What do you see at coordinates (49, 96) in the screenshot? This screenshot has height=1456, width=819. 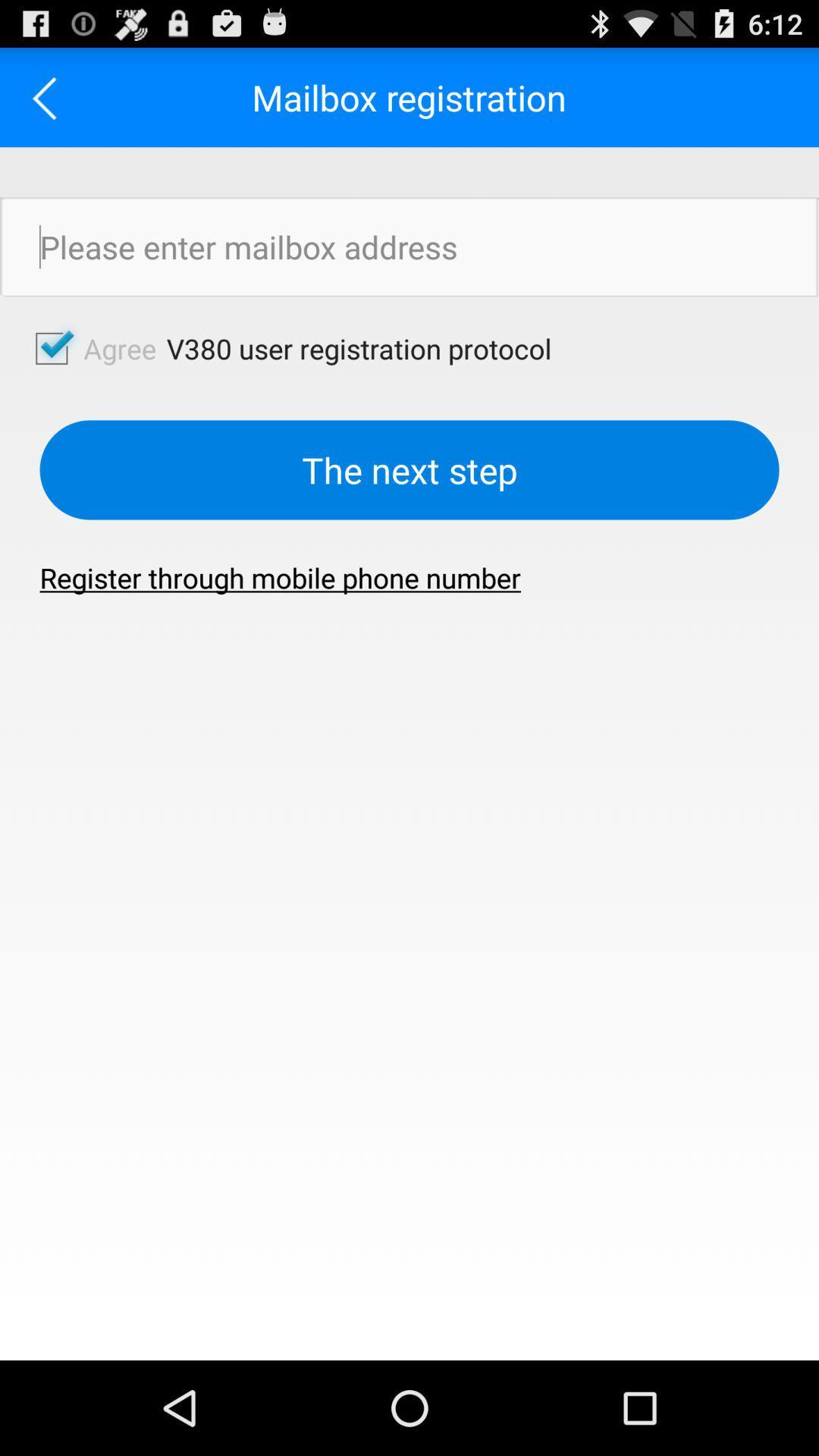 I see `go back` at bounding box center [49, 96].